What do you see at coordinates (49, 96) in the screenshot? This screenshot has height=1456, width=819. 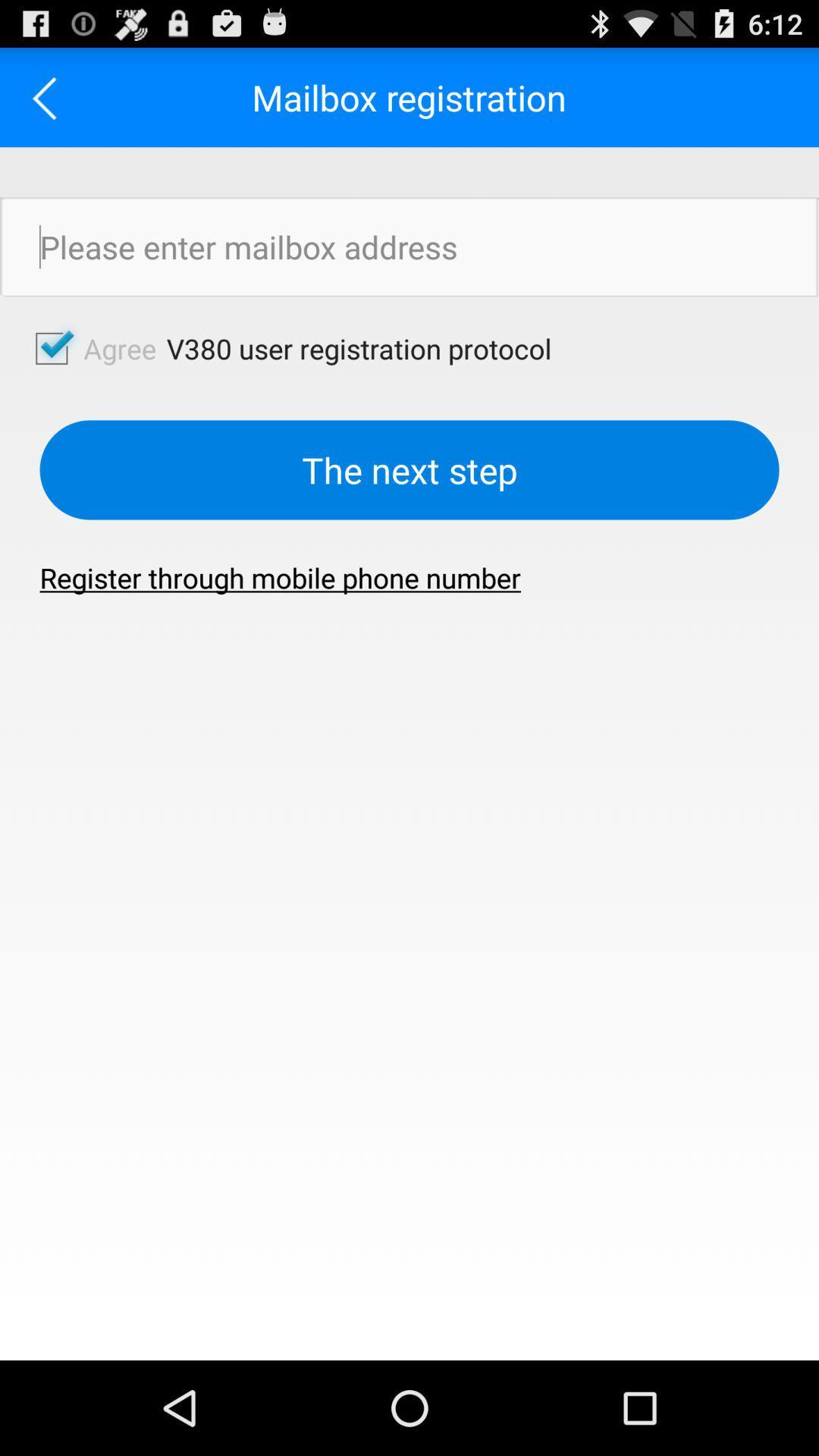 I see `go back` at bounding box center [49, 96].